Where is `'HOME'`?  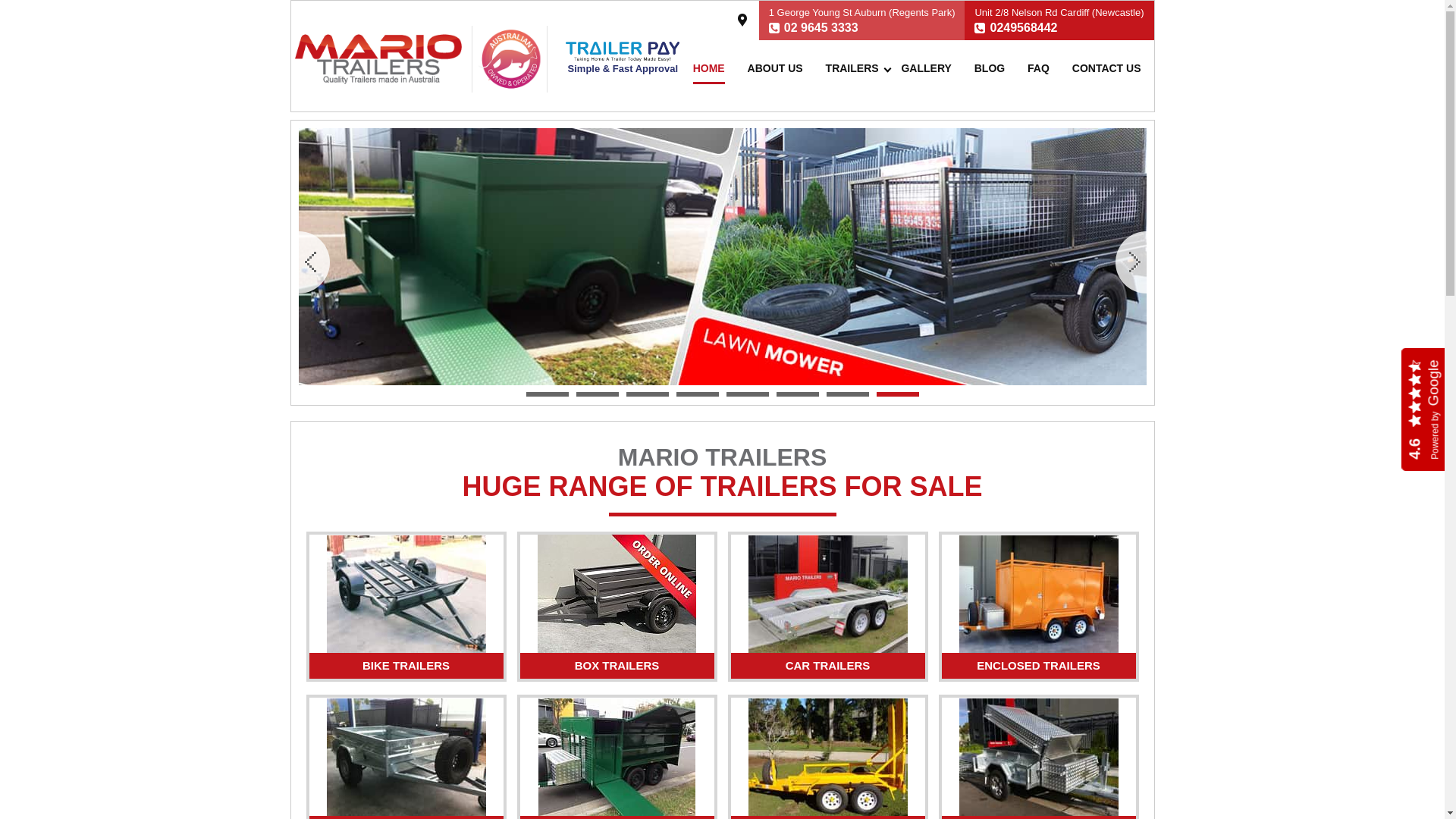 'HOME' is located at coordinates (692, 67).